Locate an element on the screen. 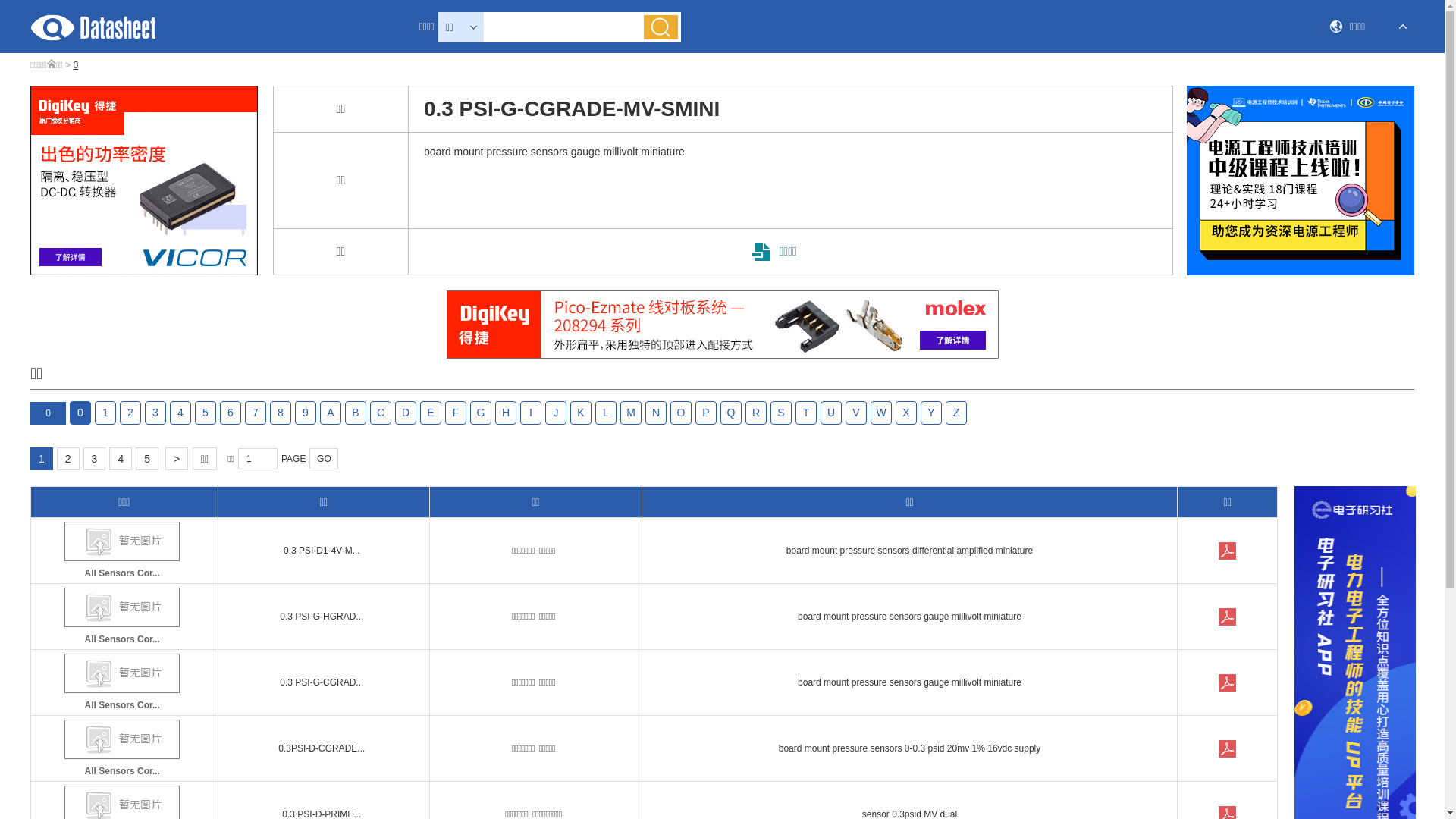 The width and height of the screenshot is (1456, 819). 'Q' is located at coordinates (720, 413).